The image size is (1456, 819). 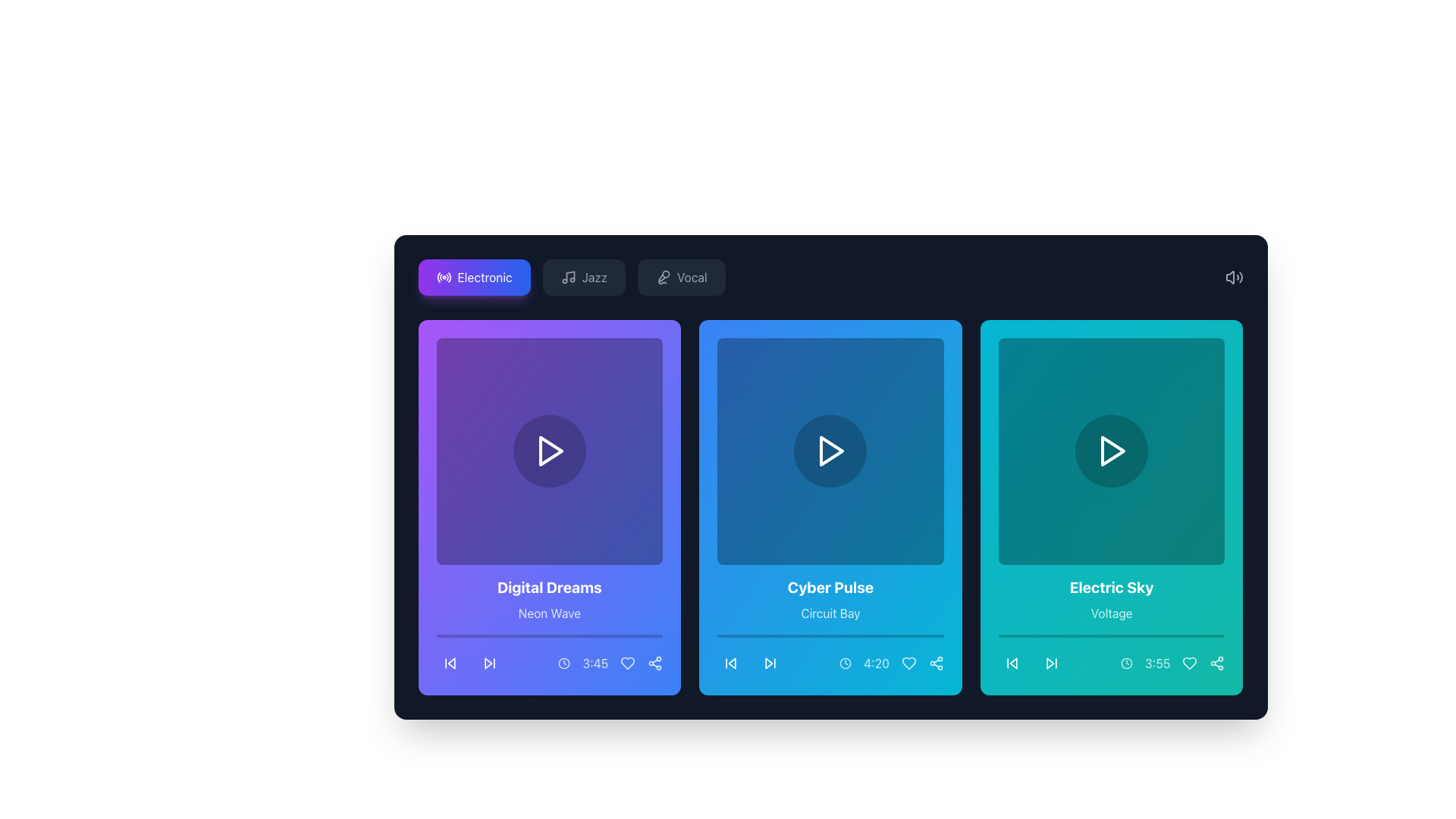 What do you see at coordinates (830, 635) in the screenshot?
I see `the progress bar located directly below the 'Circuit Bay' text within the 'Cyber Pulse' card, which is the middle card in the row of three cards` at bounding box center [830, 635].